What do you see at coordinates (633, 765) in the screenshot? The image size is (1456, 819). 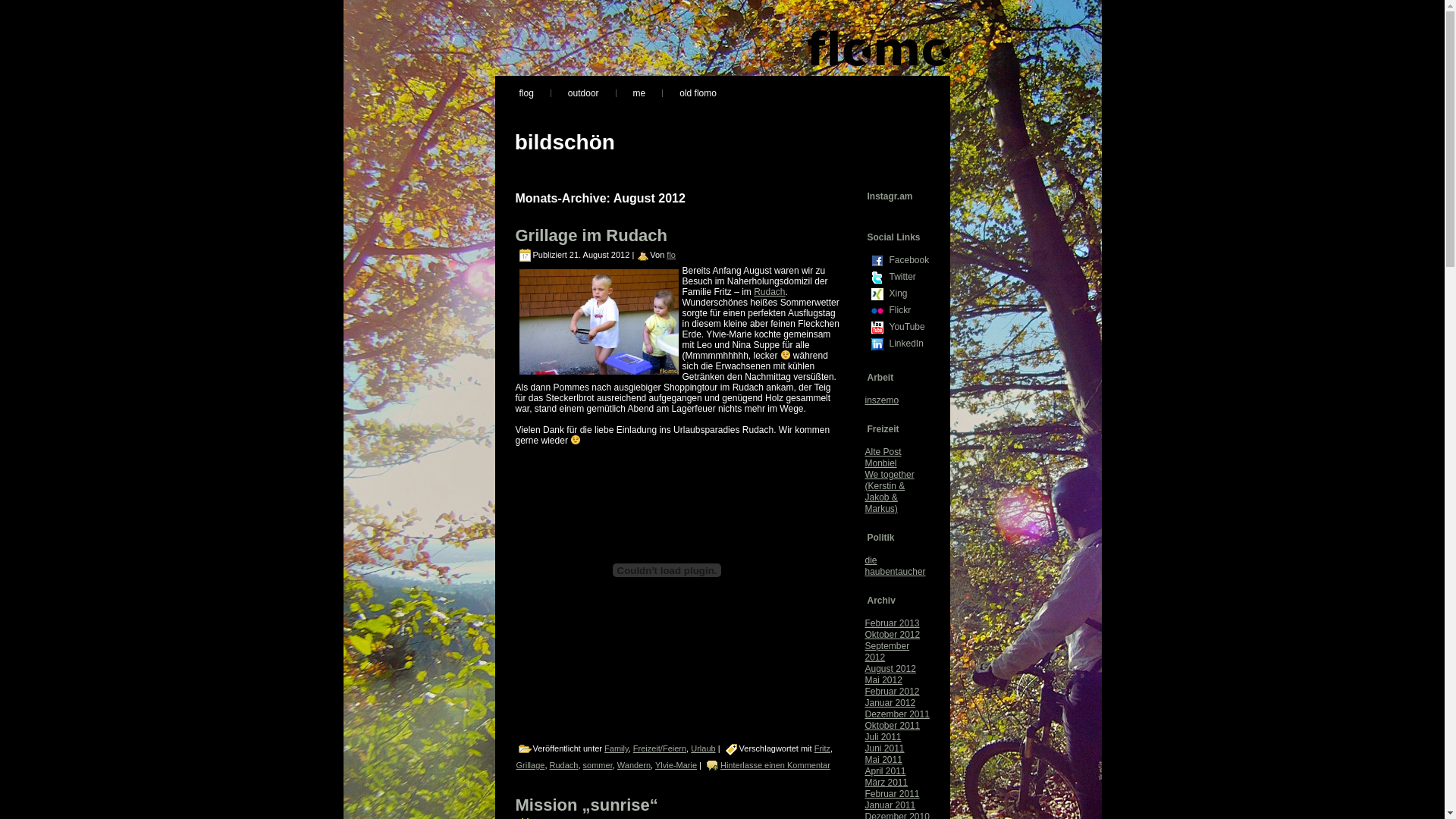 I see `'Wandern'` at bounding box center [633, 765].